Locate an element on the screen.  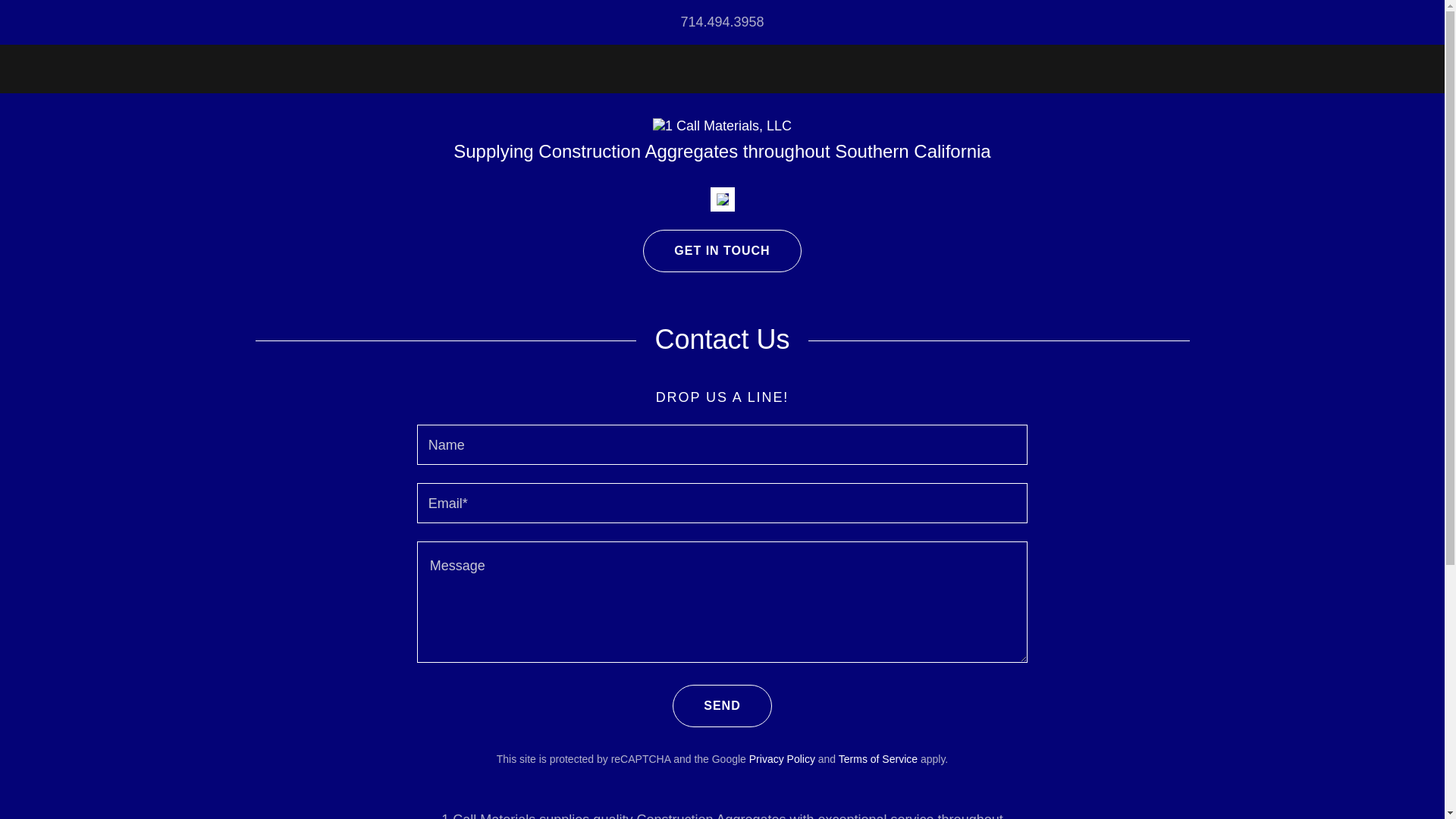
'714.494.3958' is located at coordinates (720, 22).